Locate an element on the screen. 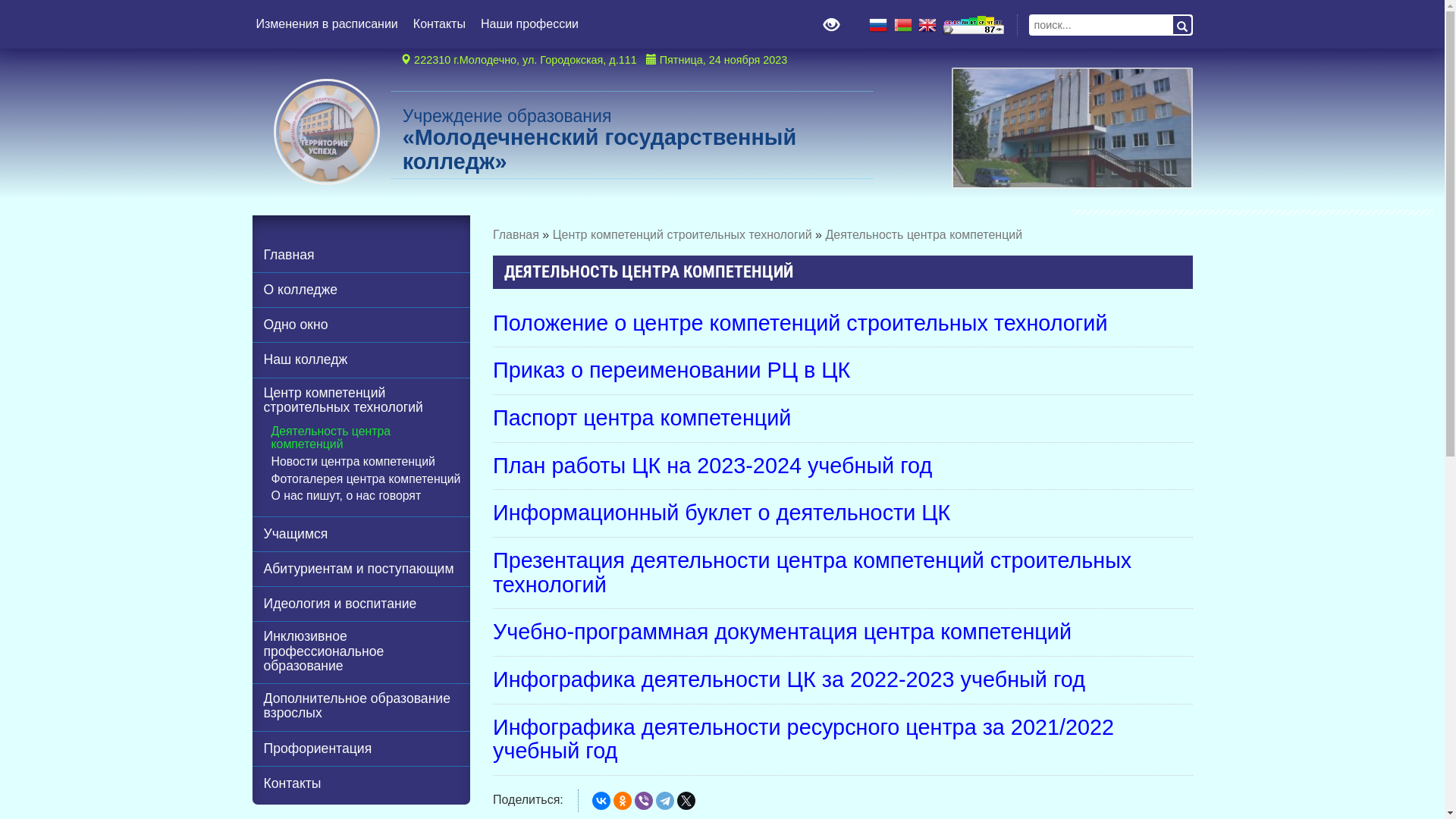 This screenshot has height=819, width=1456. 'Telegram' is located at coordinates (665, 800).